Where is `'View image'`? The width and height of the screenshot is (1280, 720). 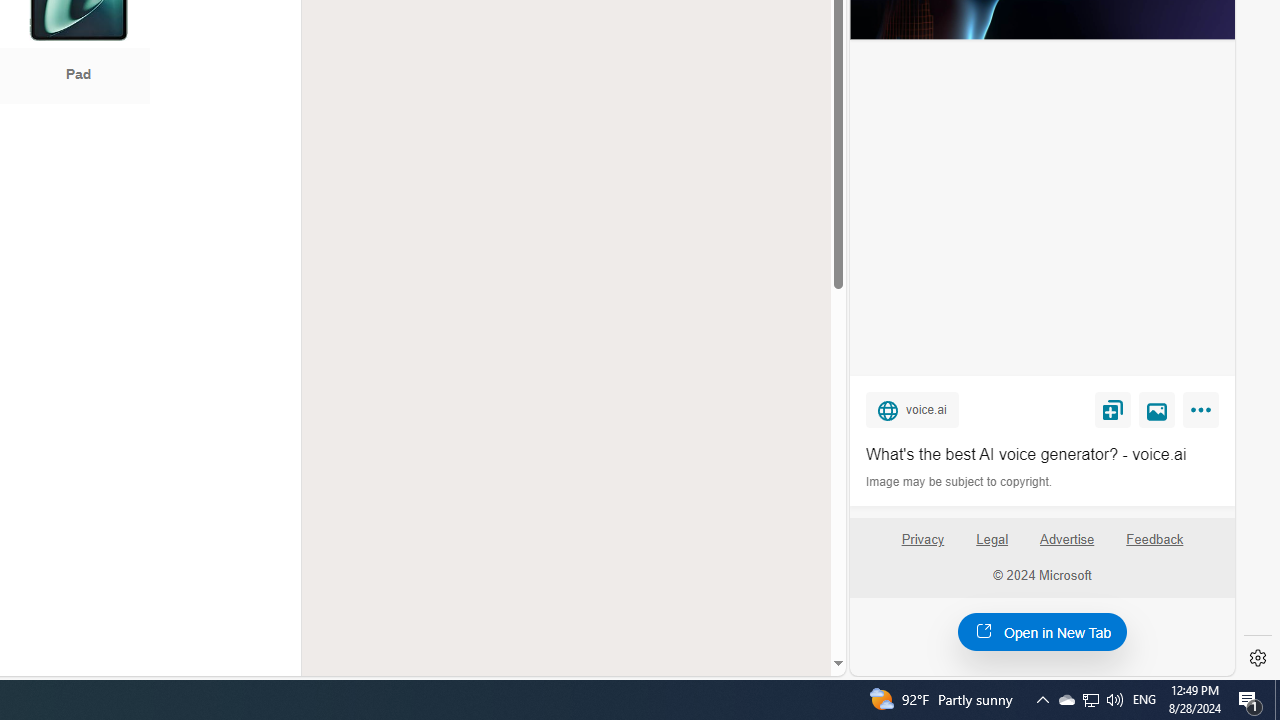
'View image' is located at coordinates (1157, 408).